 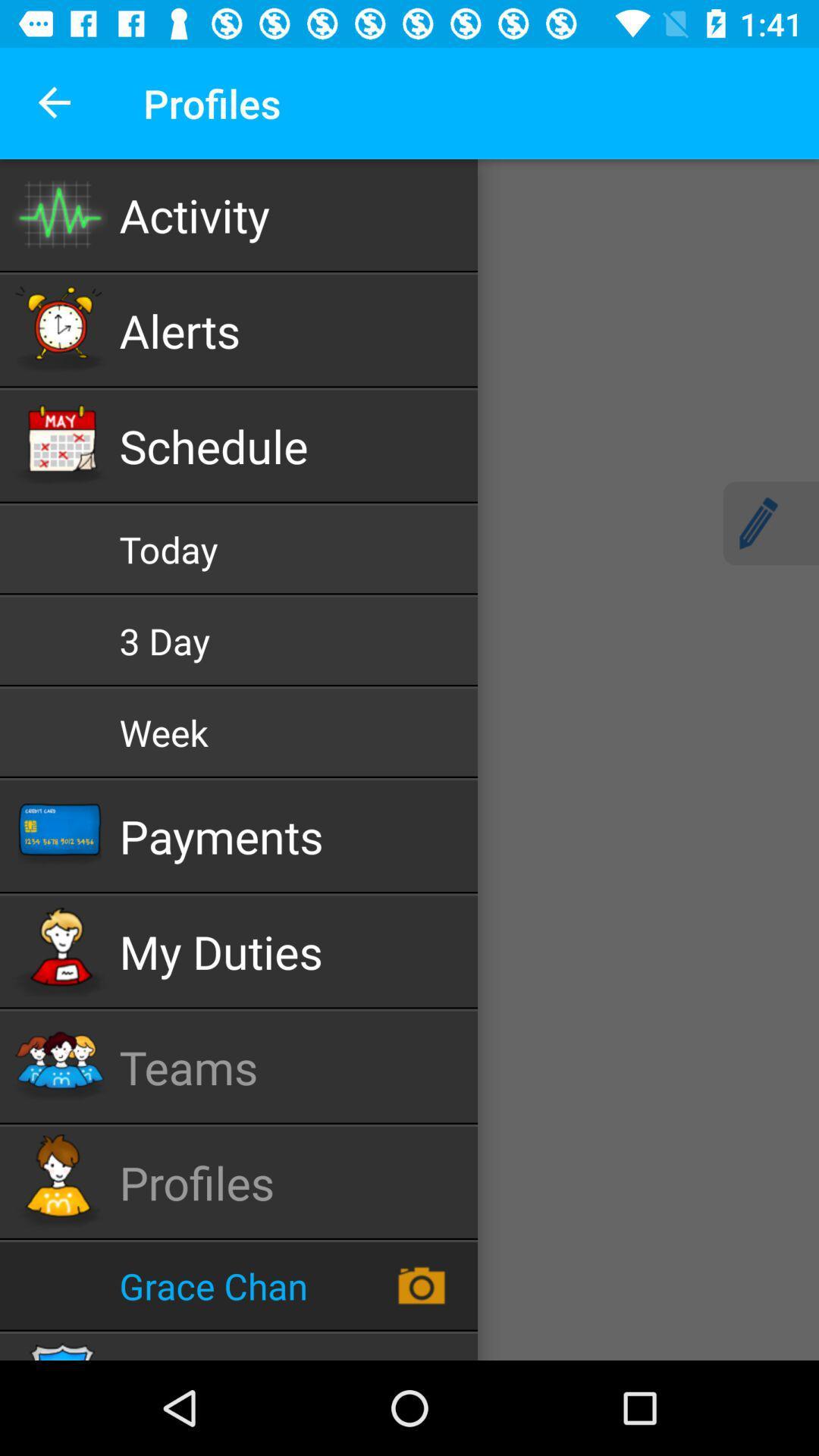 I want to click on the clock icon beside alerts option, so click(x=58, y=329).